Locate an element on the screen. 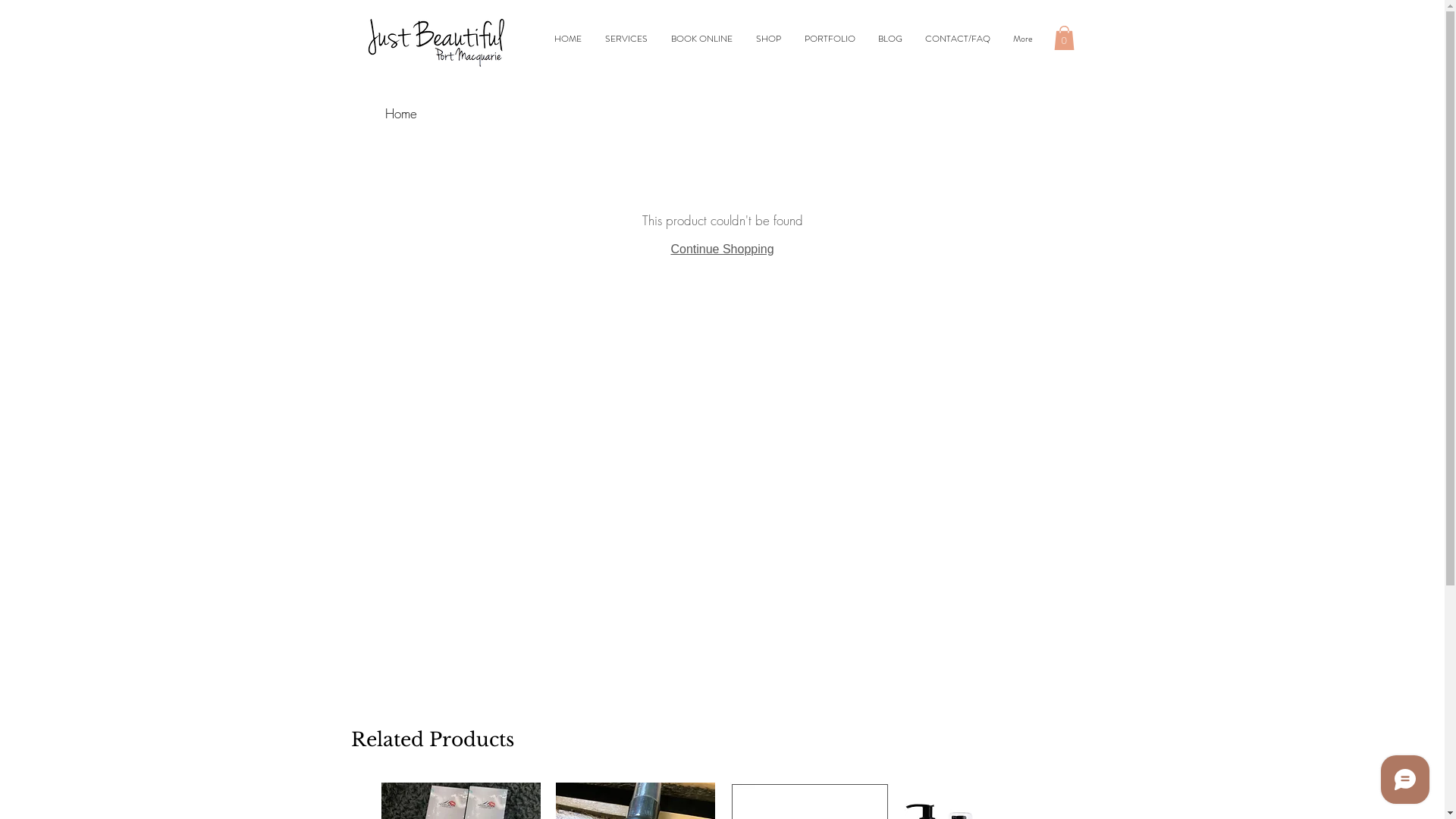 This screenshot has height=819, width=1456. 'BOOK ONLINE' is located at coordinates (701, 37).